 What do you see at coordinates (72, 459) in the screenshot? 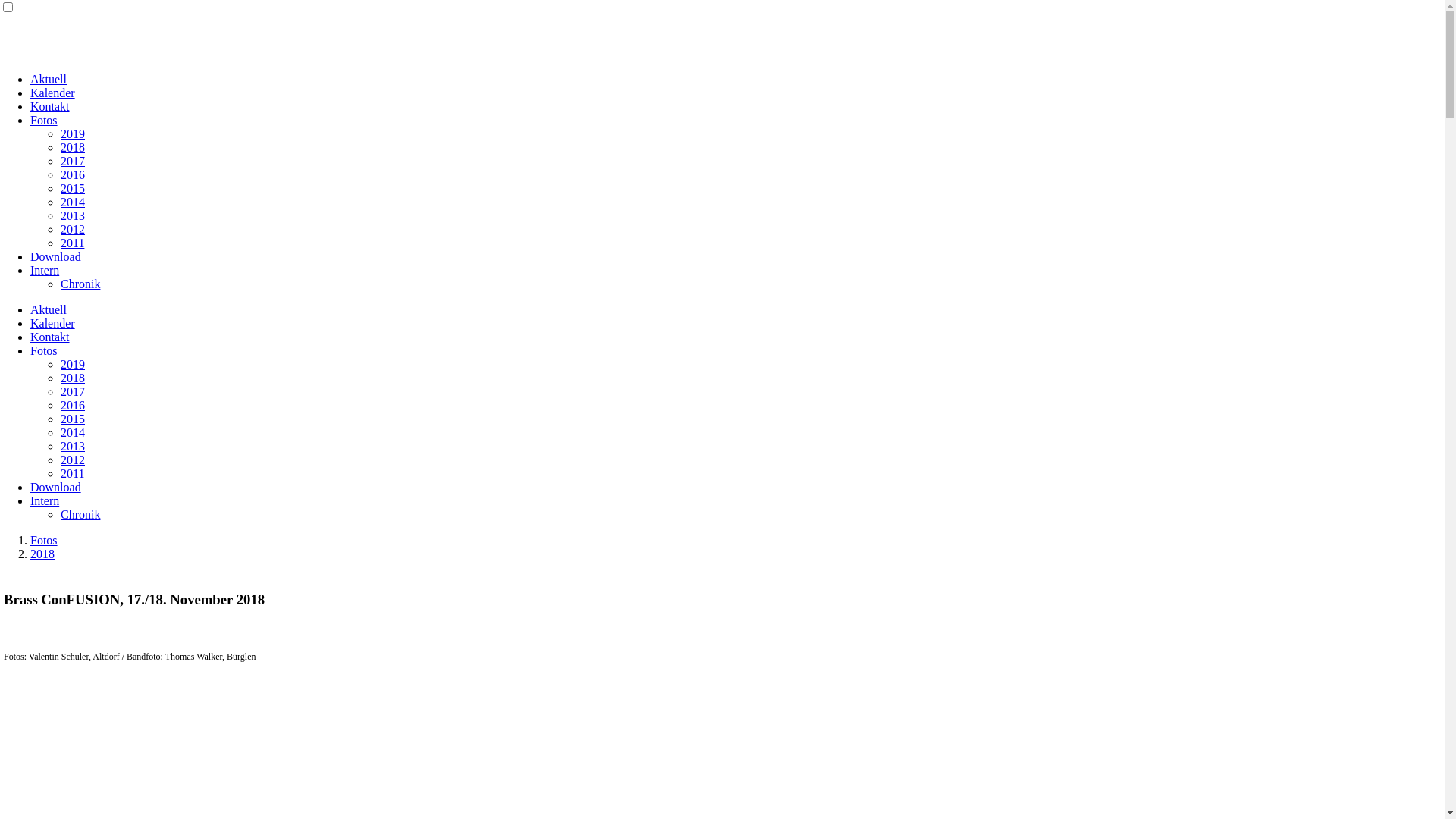
I see `'2012'` at bounding box center [72, 459].